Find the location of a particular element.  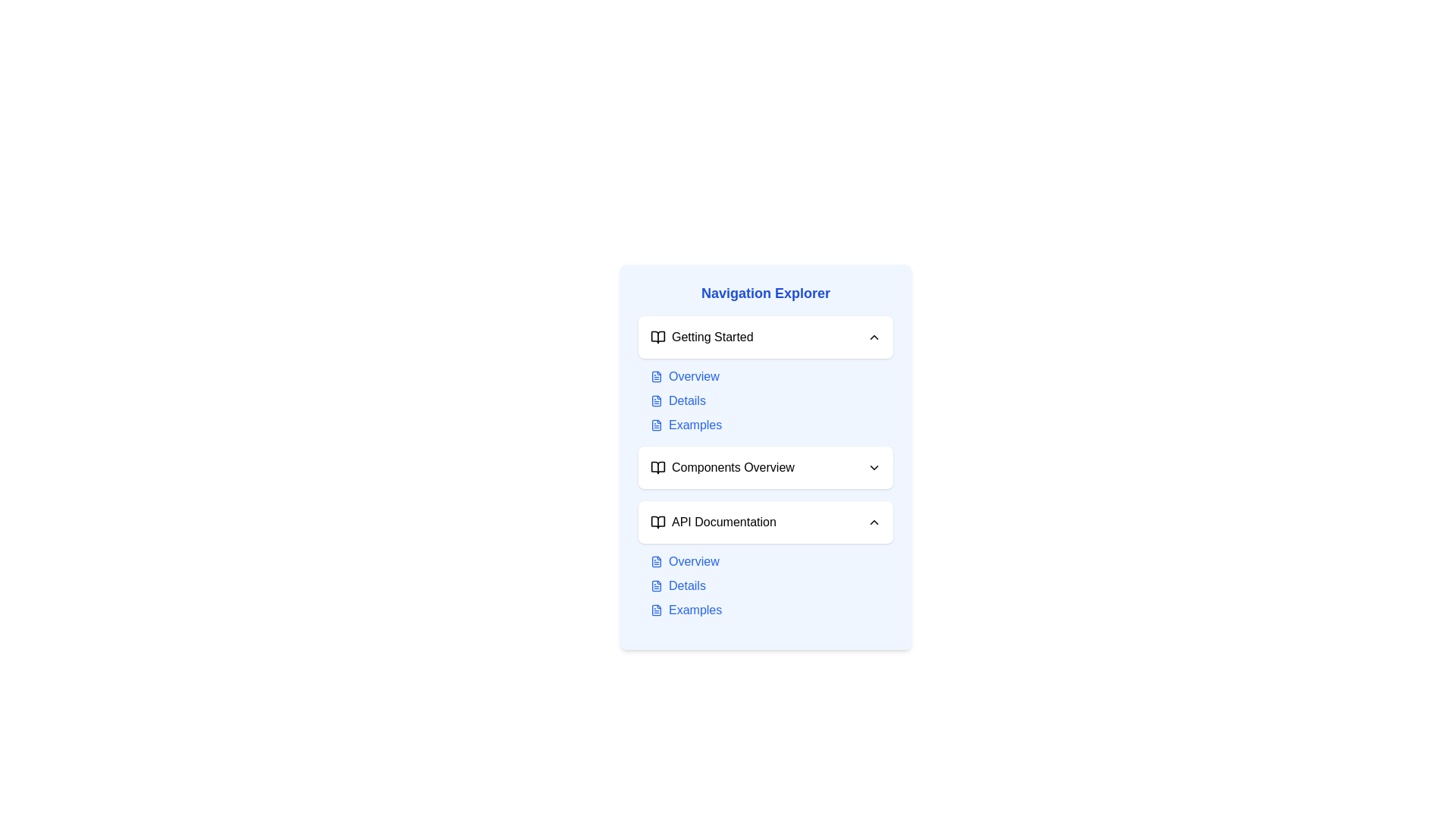

the SVG icon representing a document or file link located at the top-left section of the vertical navigation menu is located at coordinates (656, 610).